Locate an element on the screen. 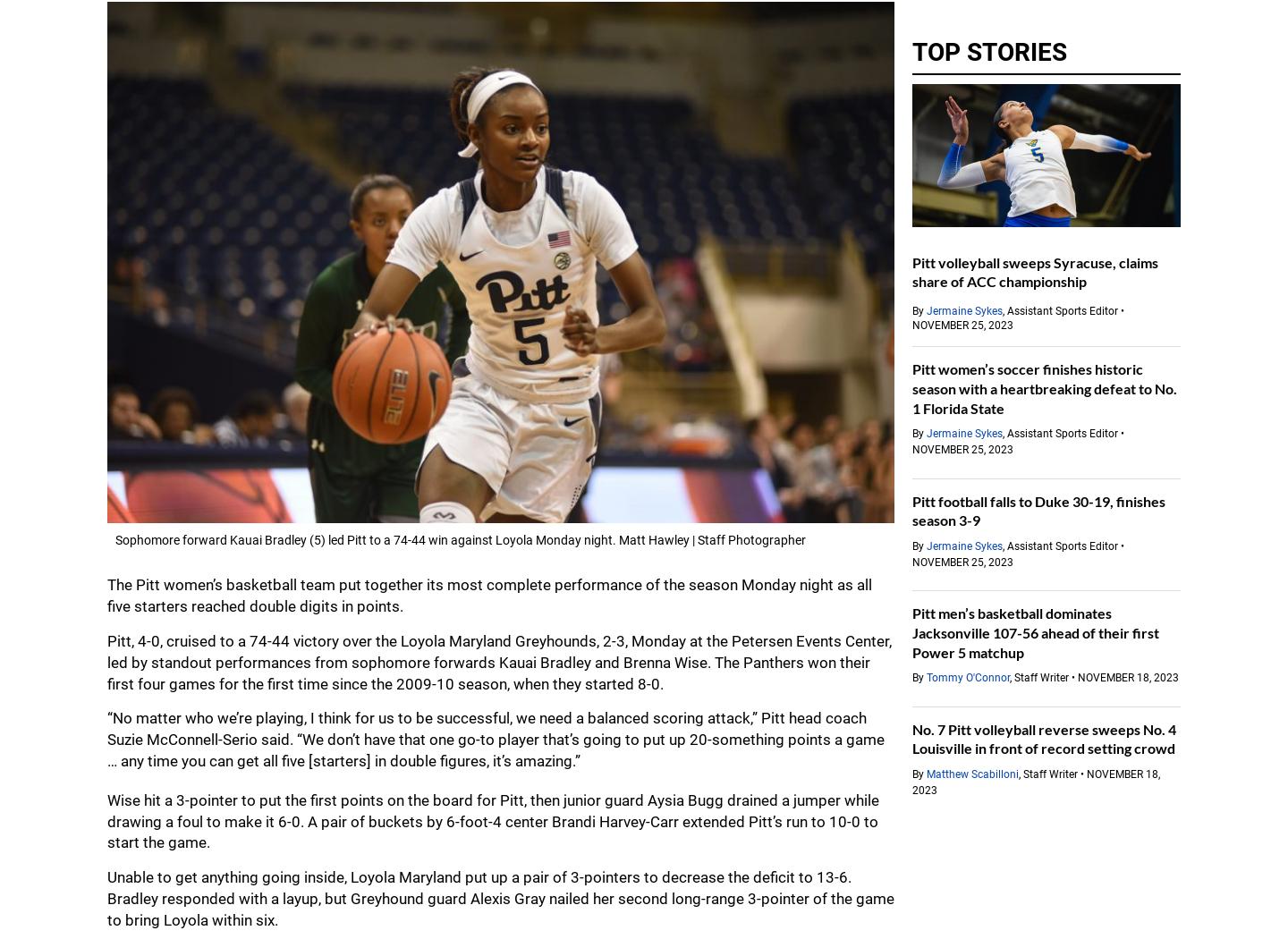 The height and width of the screenshot is (939, 1288). 'No. 7 Pitt volleyball reverse sweeps No. 4 Louisville in front of record setting crowd' is located at coordinates (1044, 738).